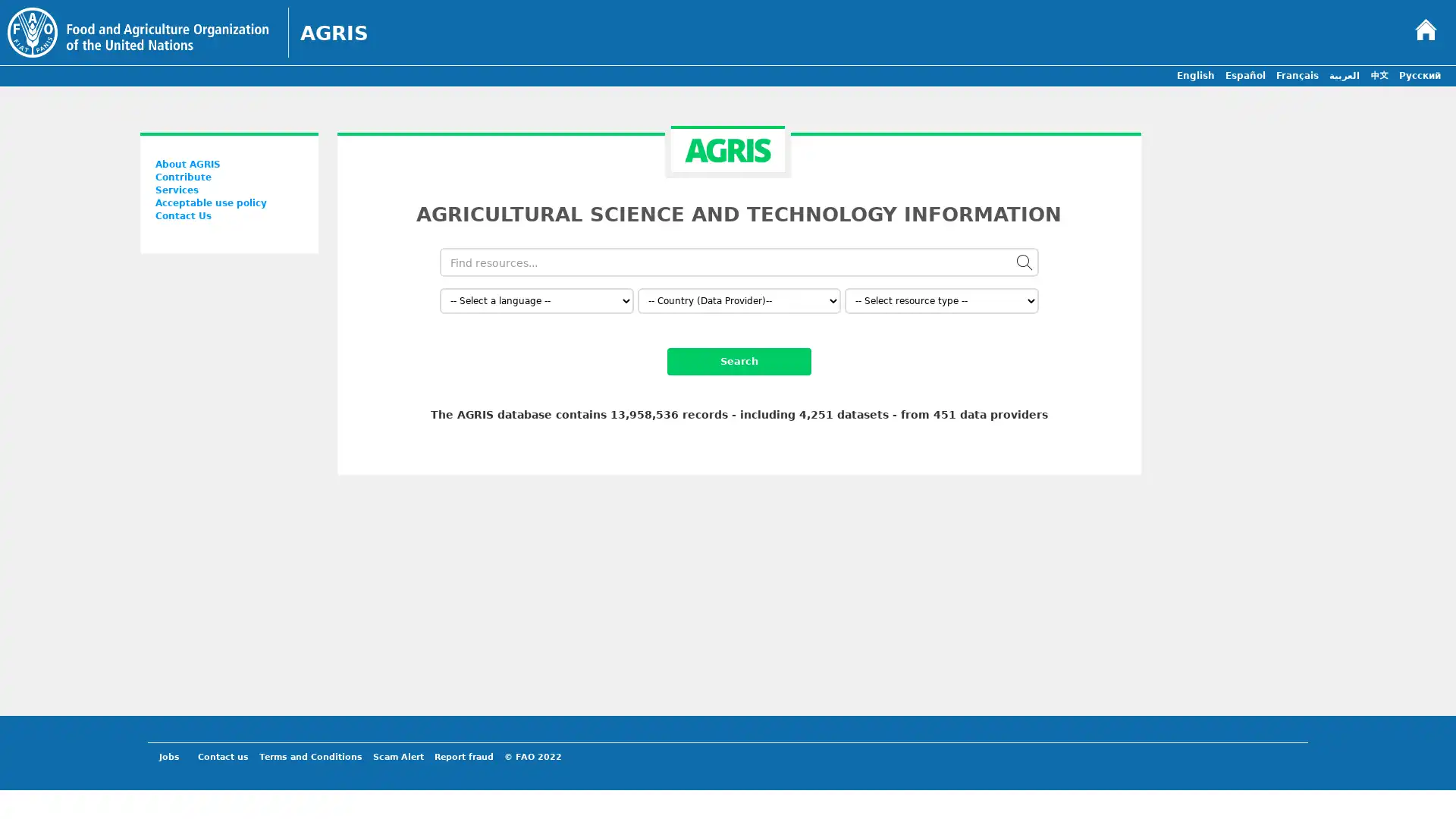 This screenshot has width=1456, height=819. What do you see at coordinates (739, 362) in the screenshot?
I see `Search` at bounding box center [739, 362].